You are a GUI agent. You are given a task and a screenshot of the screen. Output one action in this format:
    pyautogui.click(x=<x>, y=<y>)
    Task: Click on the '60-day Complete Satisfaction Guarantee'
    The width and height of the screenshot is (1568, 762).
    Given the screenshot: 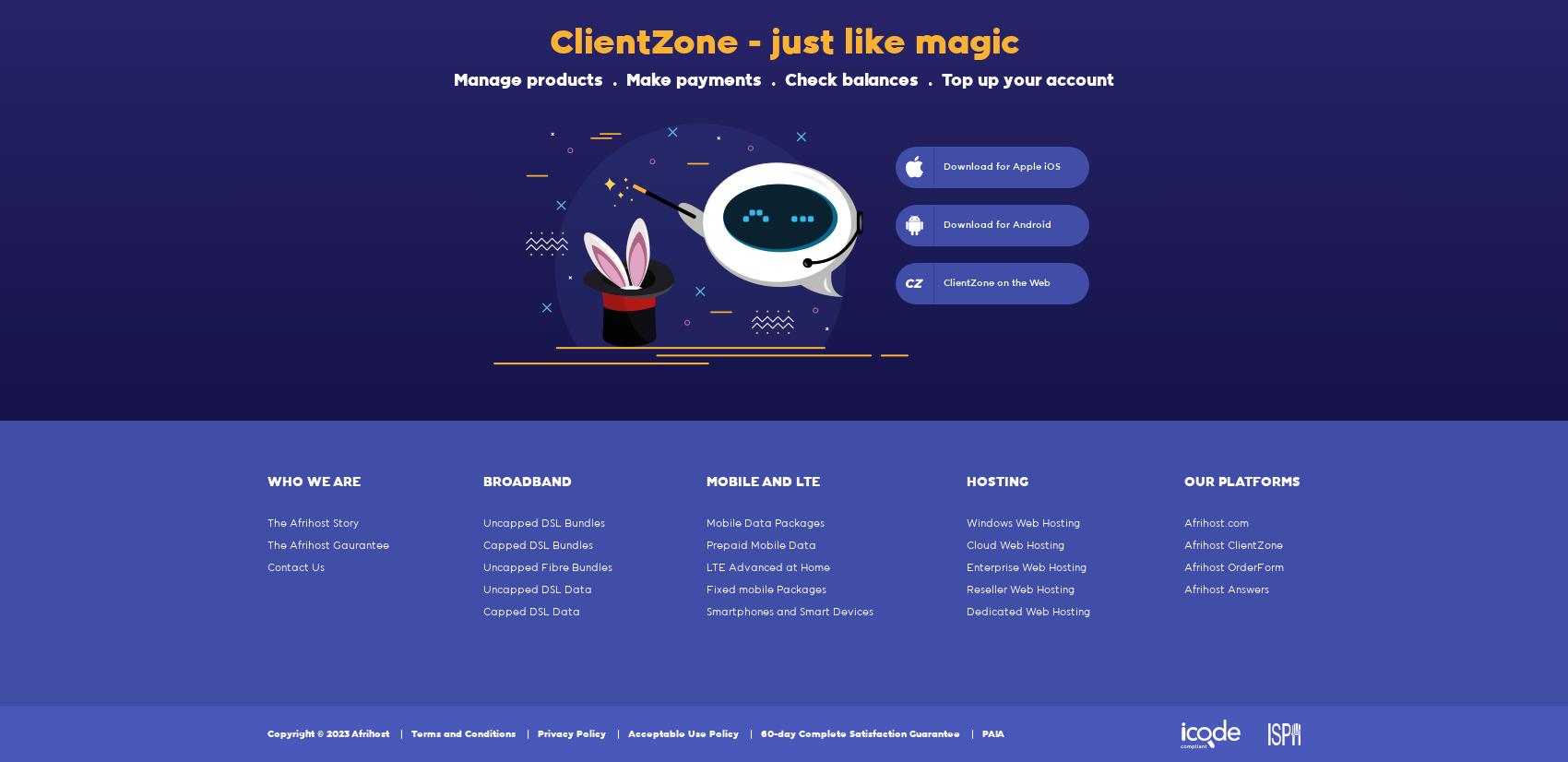 What is the action you would take?
    pyautogui.click(x=760, y=734)
    